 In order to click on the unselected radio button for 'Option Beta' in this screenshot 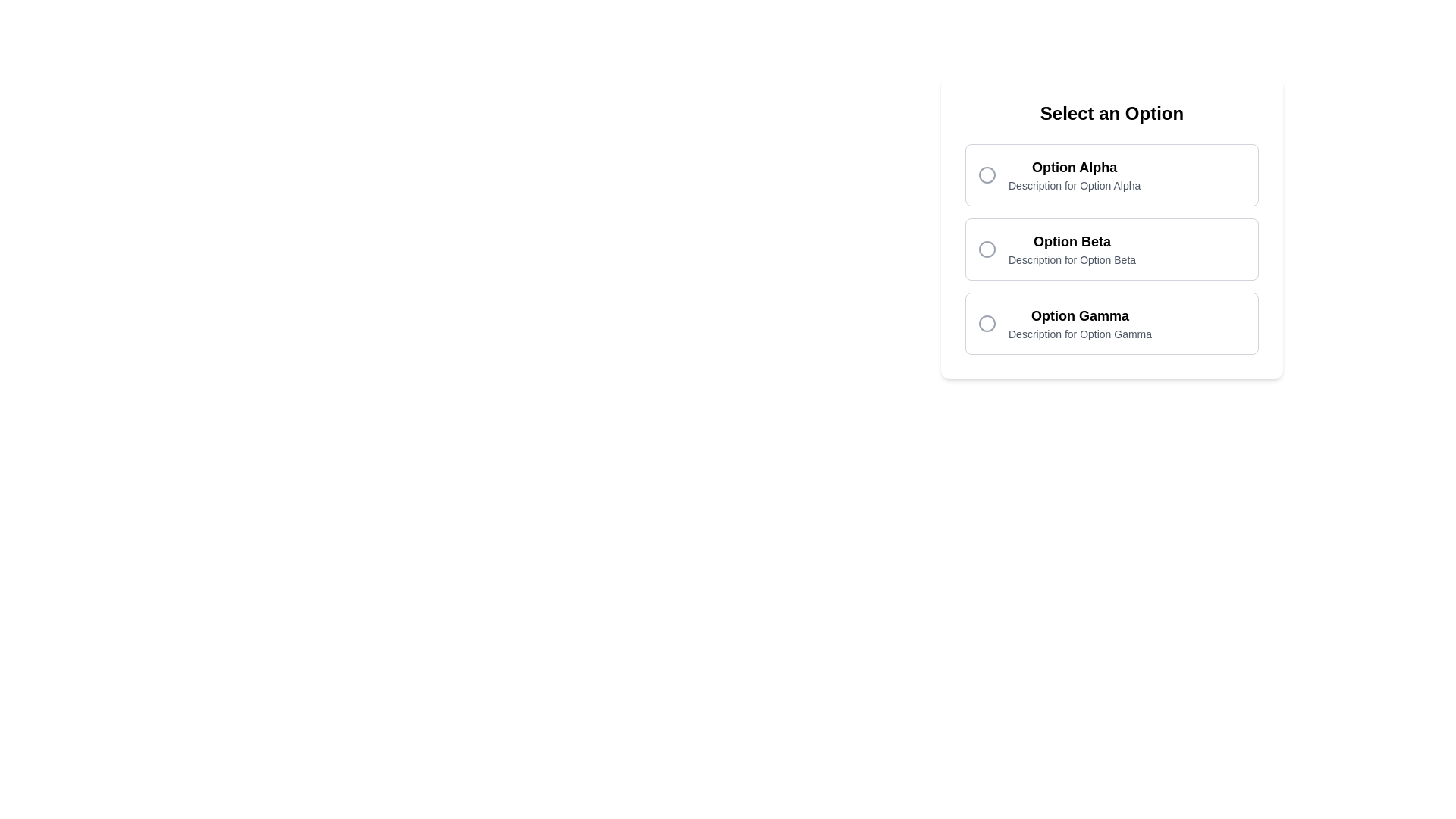, I will do `click(987, 248)`.